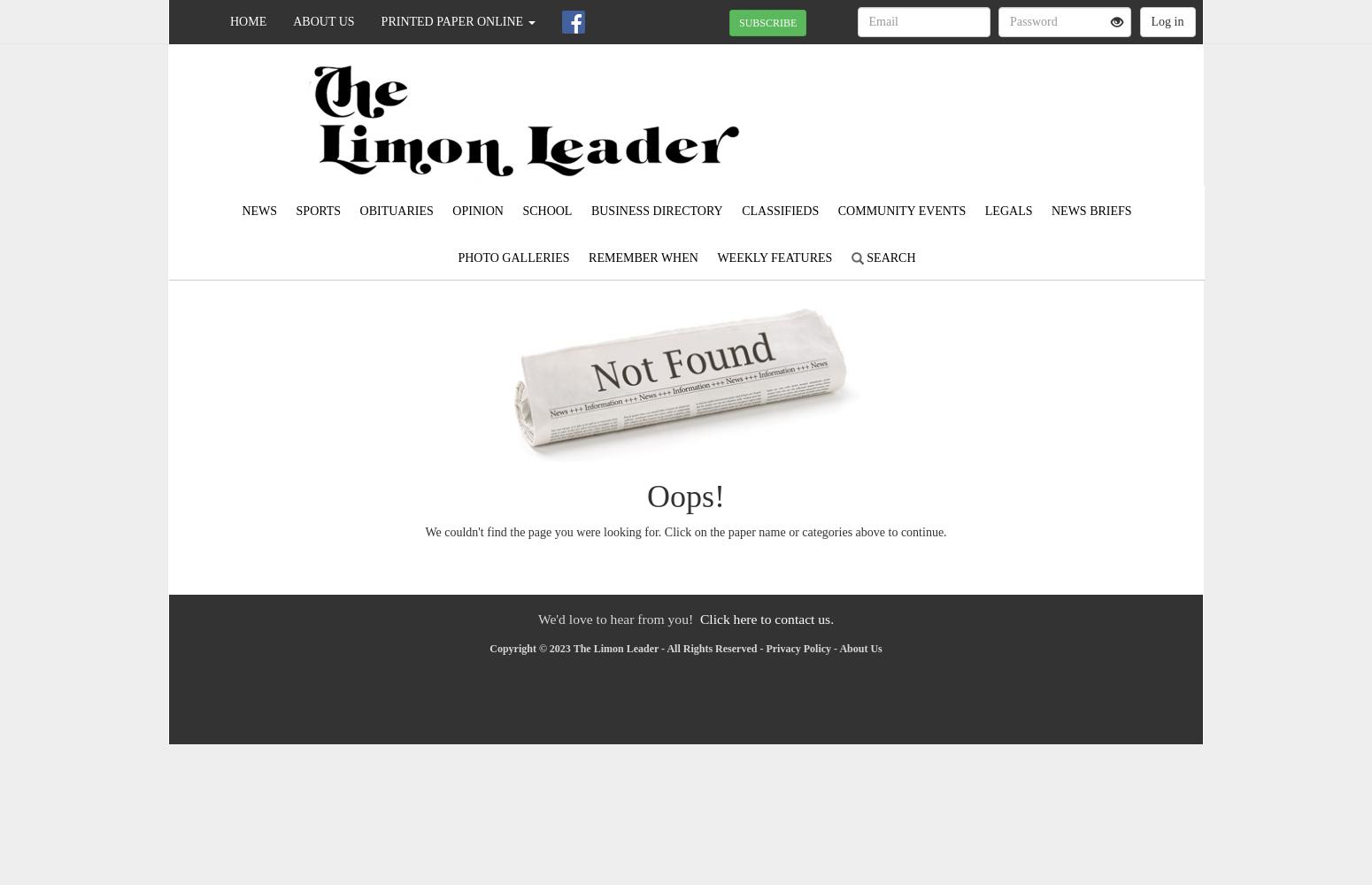 The image size is (1372, 885). What do you see at coordinates (685, 530) in the screenshot?
I see `'We couldn't find the page you were looking for. Click on the paper name or categories above to continue.'` at bounding box center [685, 530].